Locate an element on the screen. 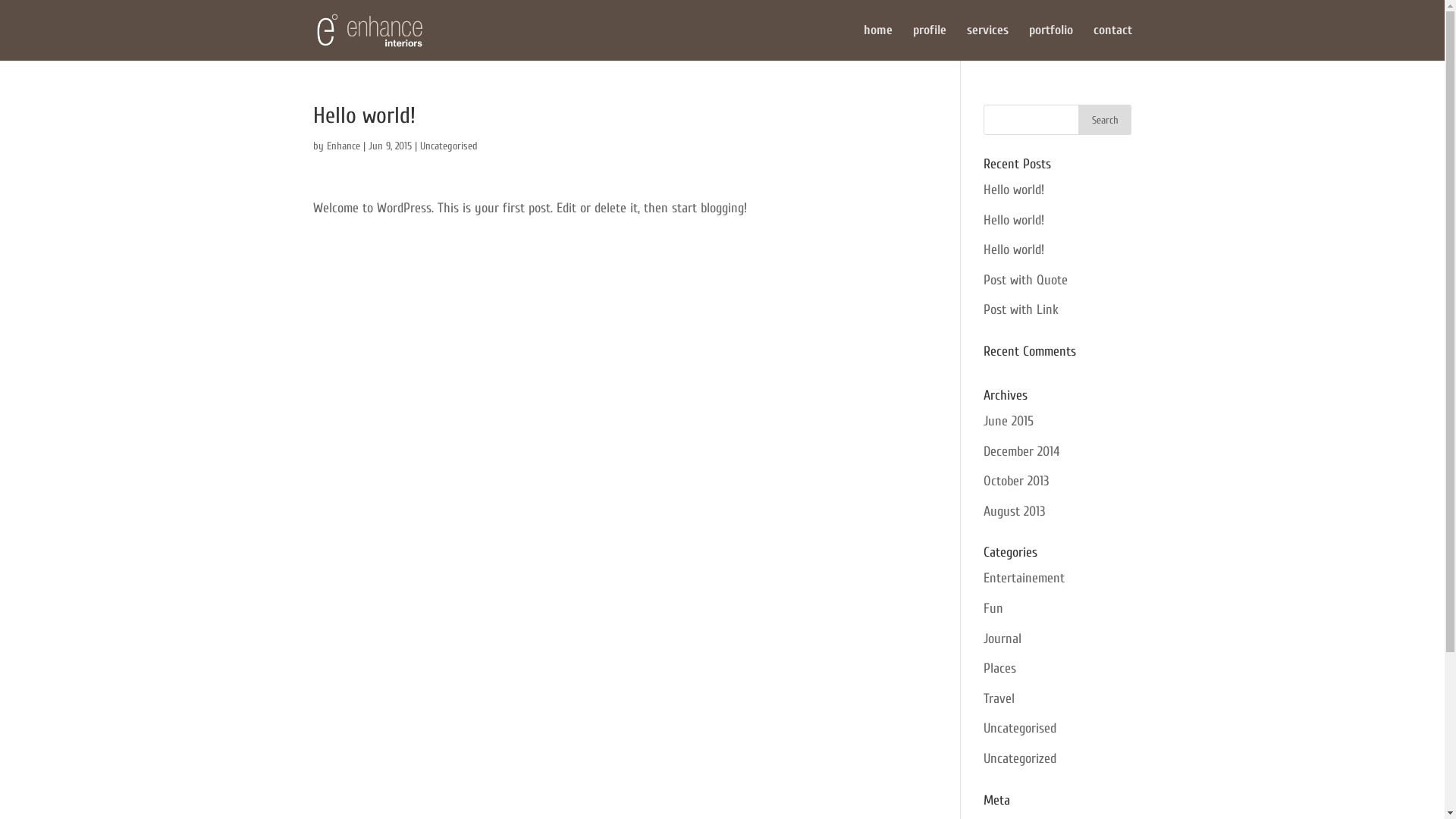 The height and width of the screenshot is (819, 1456). 'services' is located at coordinates (987, 42).